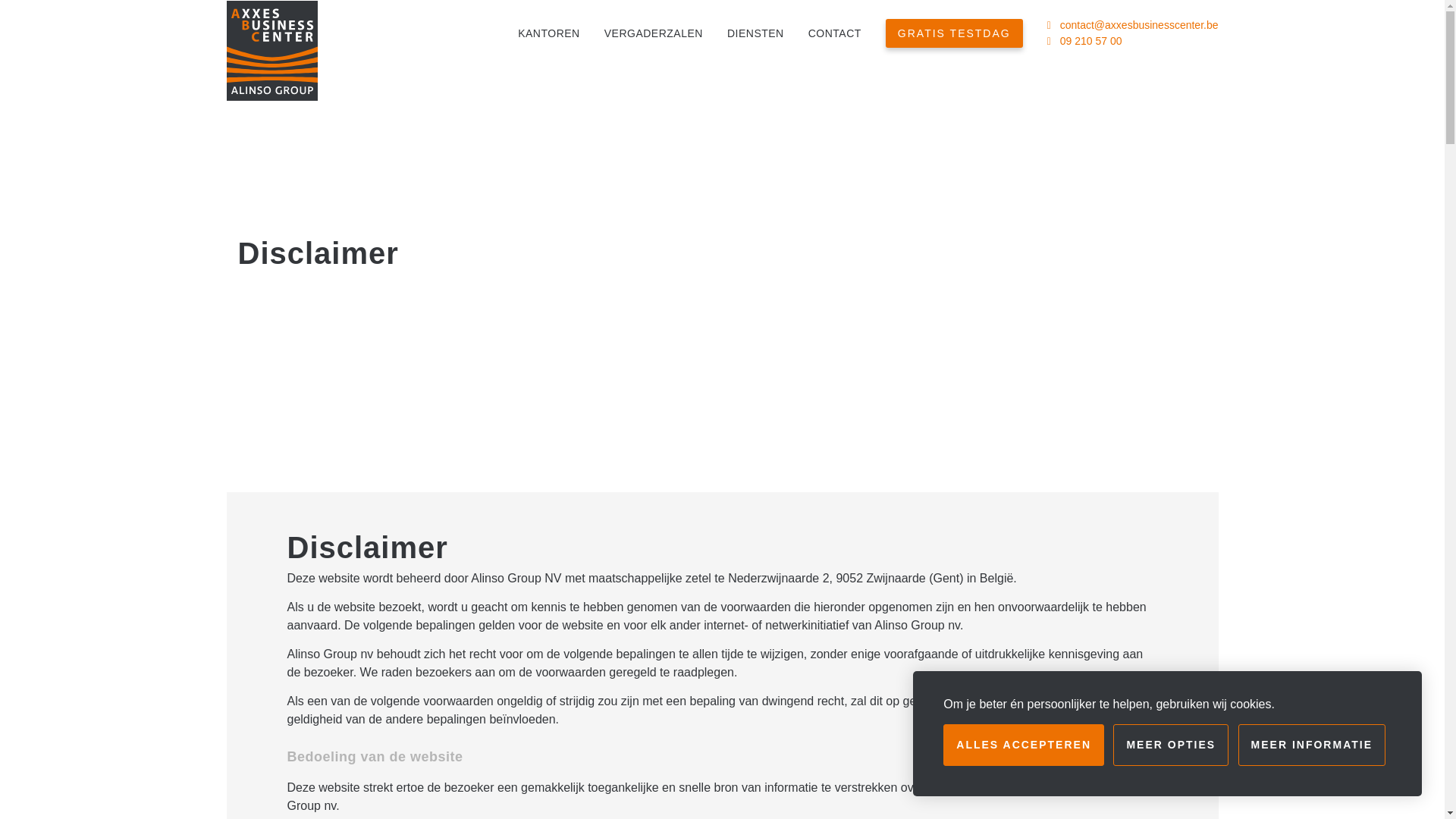 This screenshot has width=1456, height=819. What do you see at coordinates (1090, 40) in the screenshot?
I see `'09 210 57 00'` at bounding box center [1090, 40].